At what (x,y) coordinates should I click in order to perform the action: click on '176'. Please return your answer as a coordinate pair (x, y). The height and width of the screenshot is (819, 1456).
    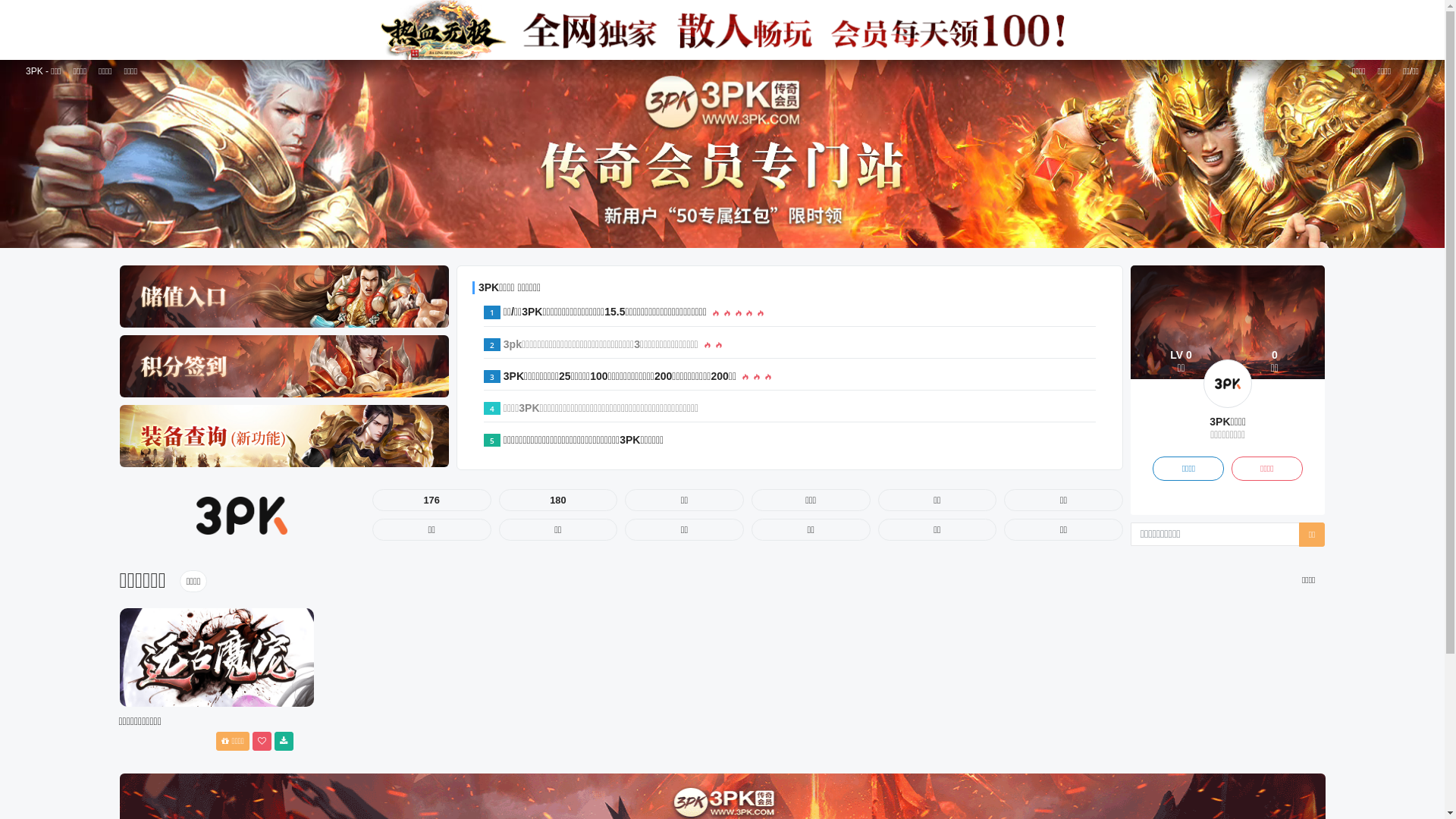
    Looking at the image, I should click on (431, 500).